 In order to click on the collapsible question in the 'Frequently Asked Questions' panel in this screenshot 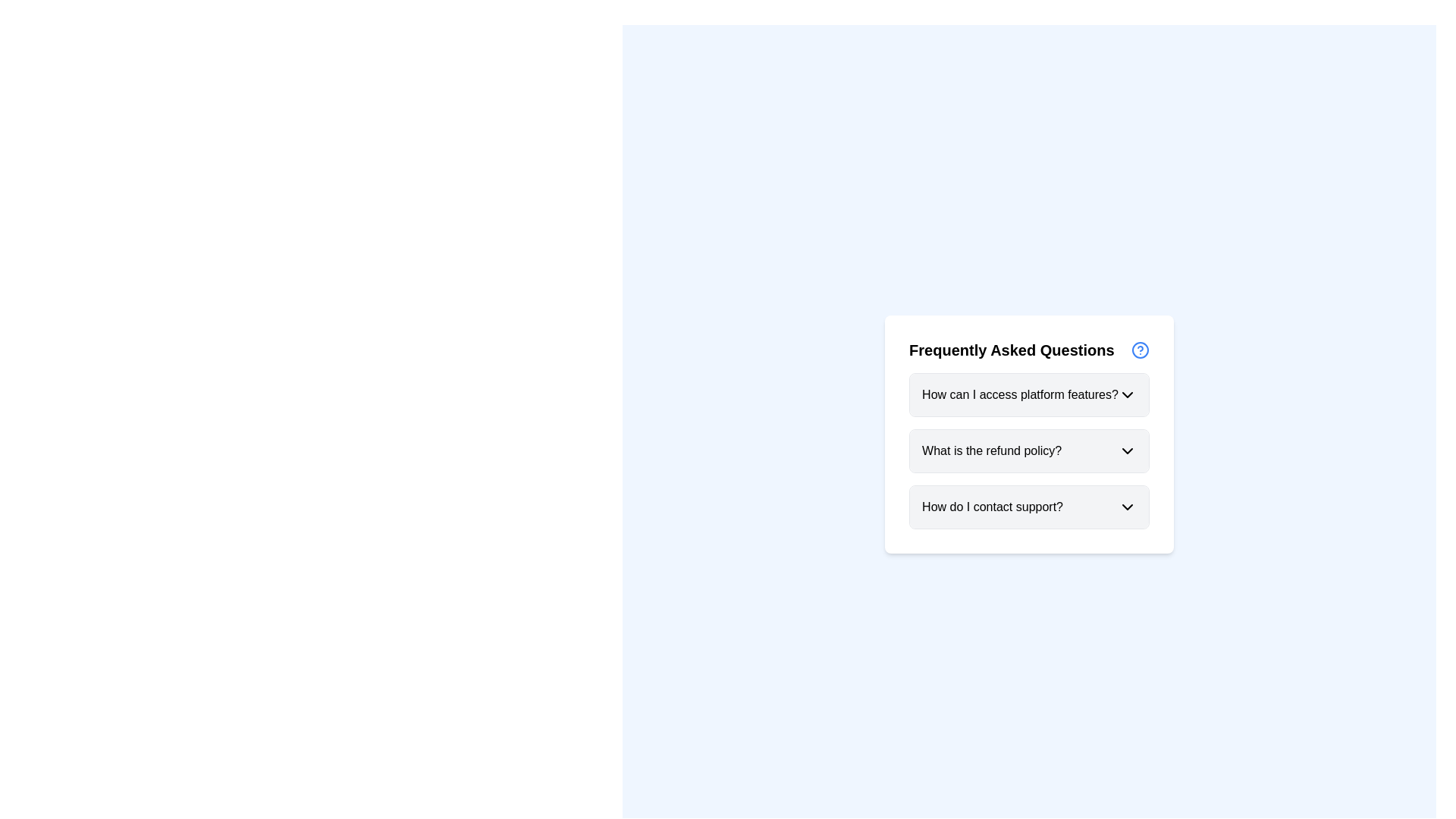, I will do `click(1029, 435)`.